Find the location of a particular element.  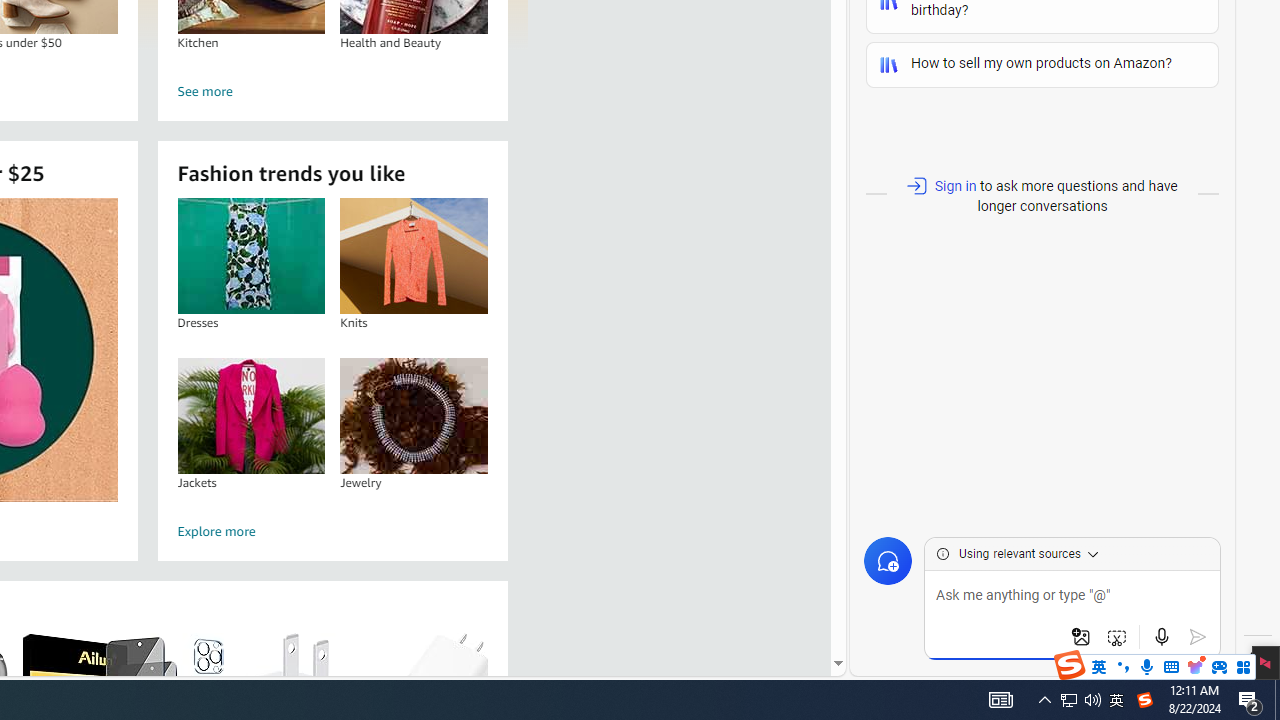

'Jackets' is located at coordinates (249, 414).